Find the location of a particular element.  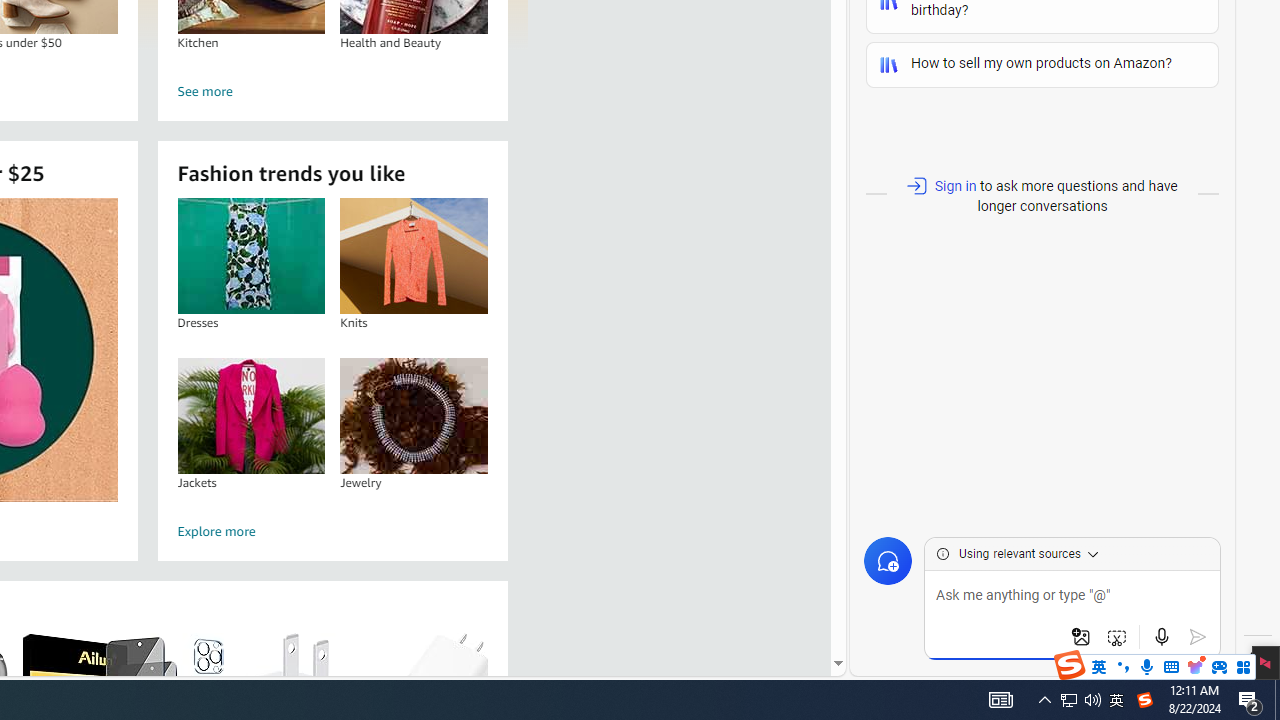

'Jackets' is located at coordinates (249, 414).